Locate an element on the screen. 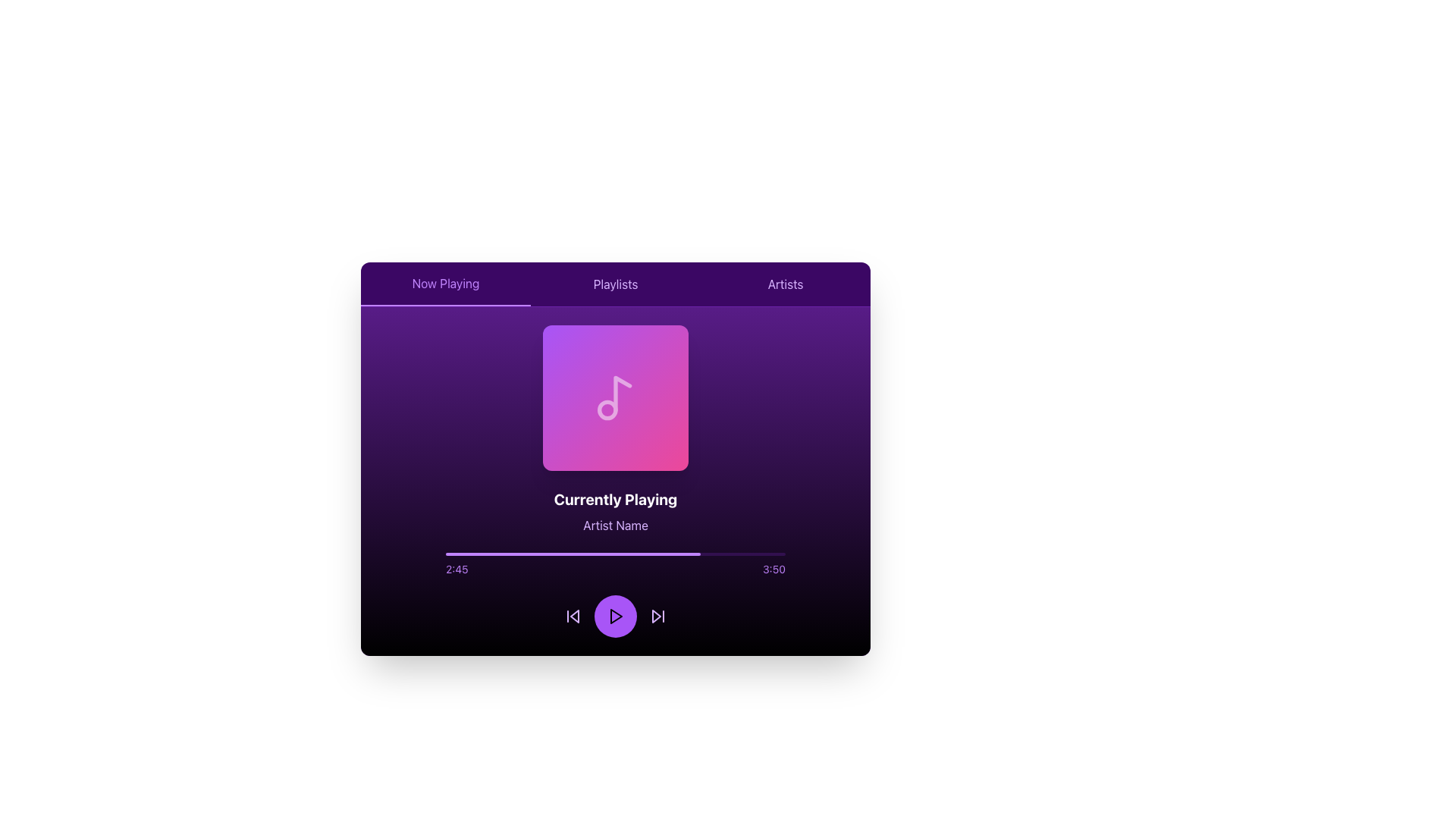 The image size is (1456, 819). the media playback position is located at coordinates (530, 554).